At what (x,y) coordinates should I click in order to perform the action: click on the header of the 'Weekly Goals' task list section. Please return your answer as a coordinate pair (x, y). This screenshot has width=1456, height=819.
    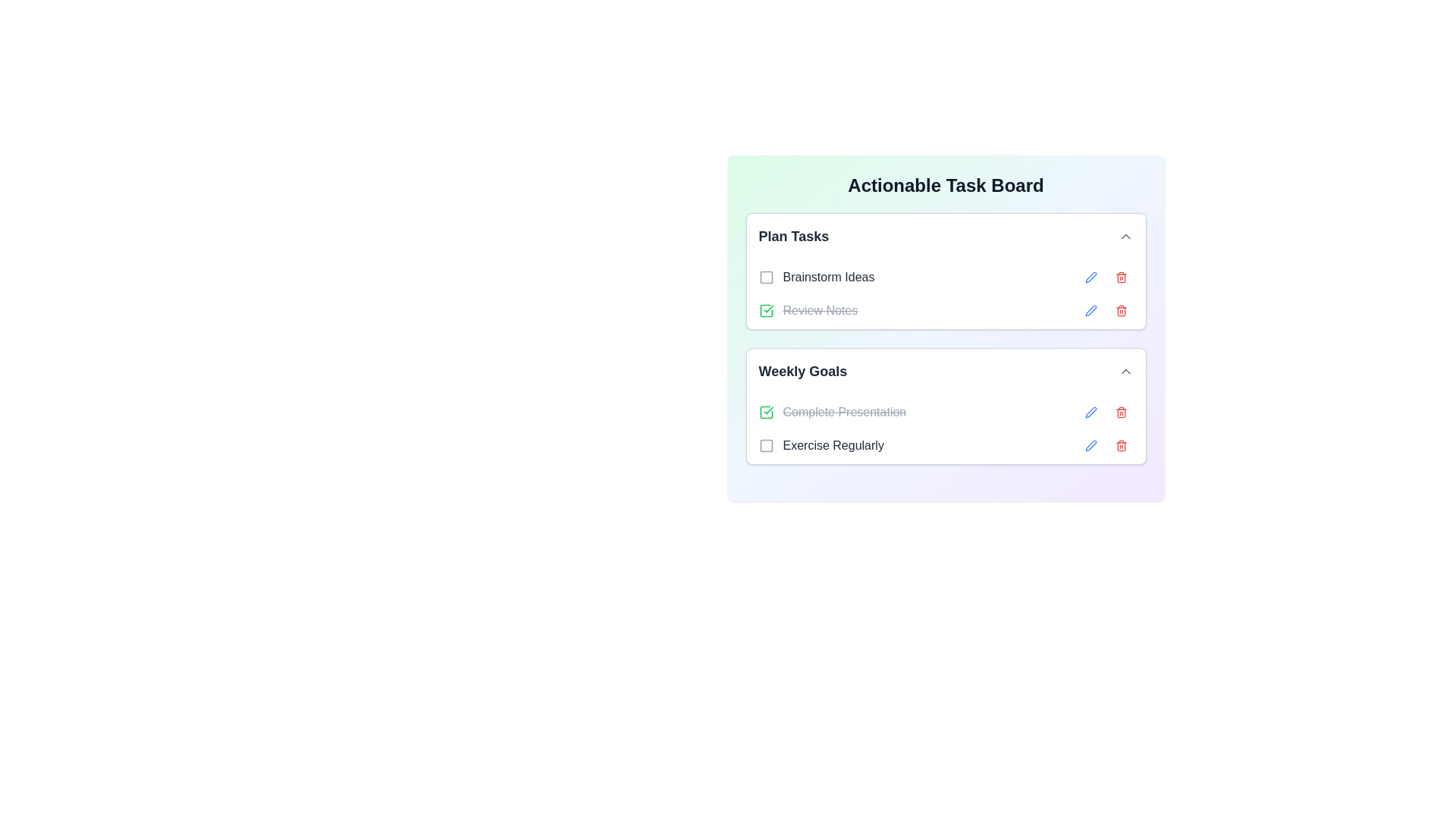
    Looking at the image, I should click on (945, 406).